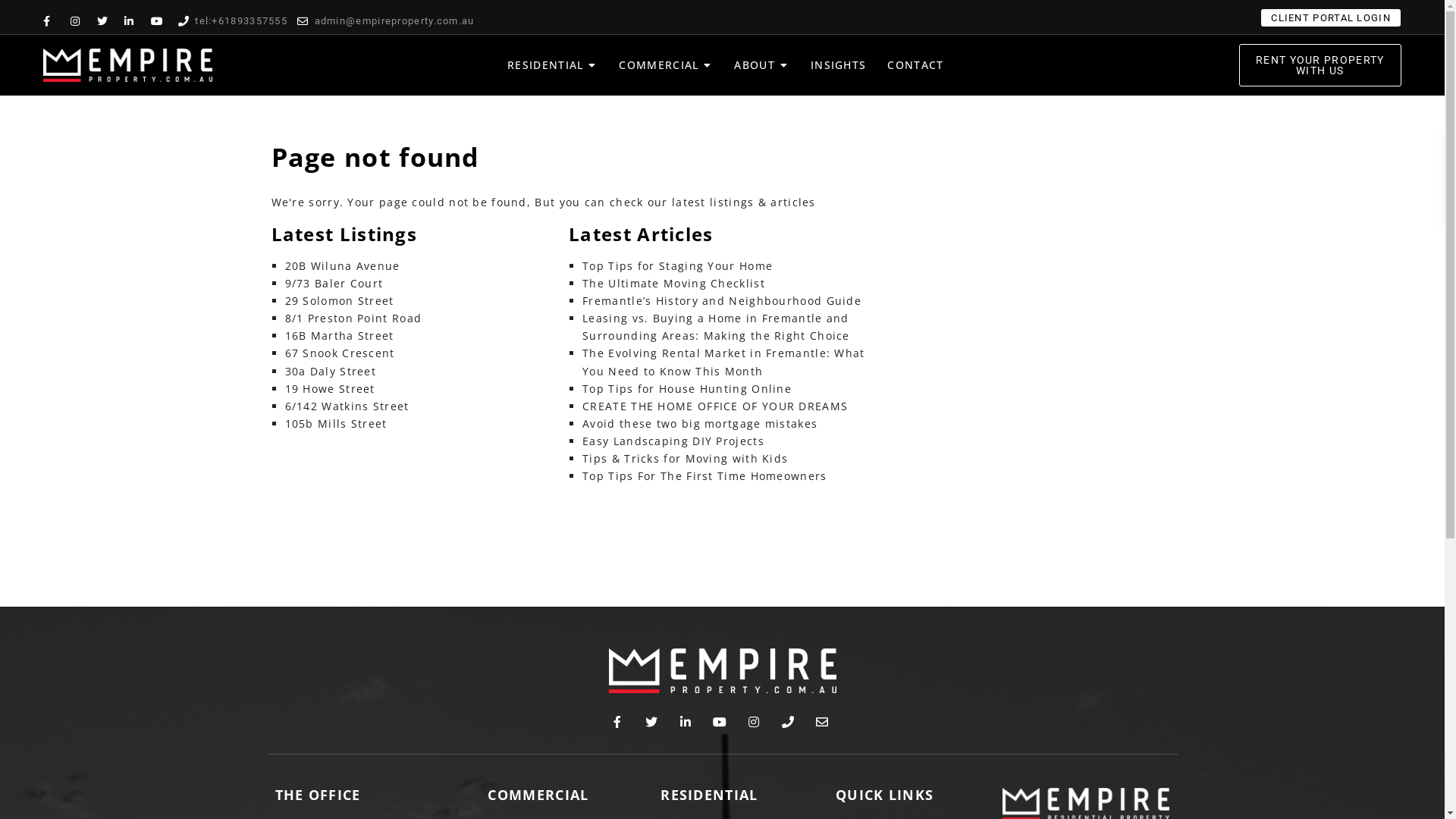  Describe the element at coordinates (284, 388) in the screenshot. I see `'19 Howe Street'` at that location.